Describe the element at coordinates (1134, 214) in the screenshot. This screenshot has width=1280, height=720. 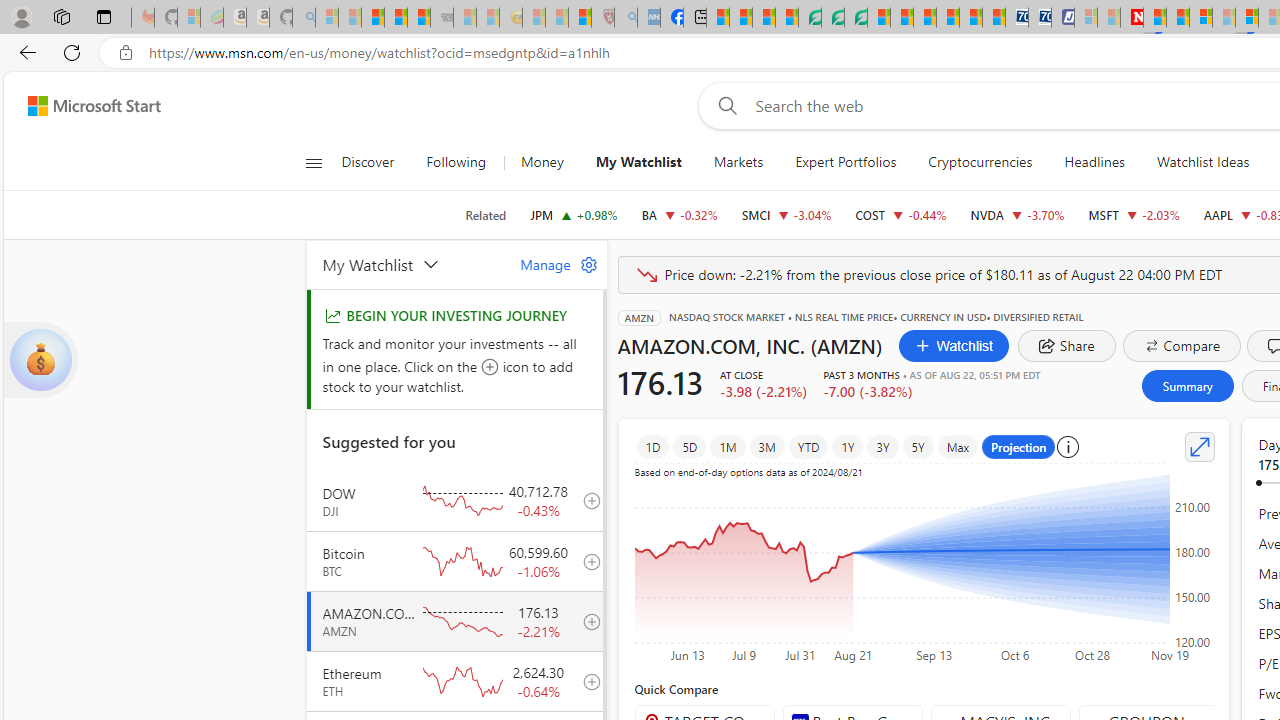
I see `'MSFT MICROSOFT CORPORATION decrease 415.55 -8.59 -2.03%'` at that location.